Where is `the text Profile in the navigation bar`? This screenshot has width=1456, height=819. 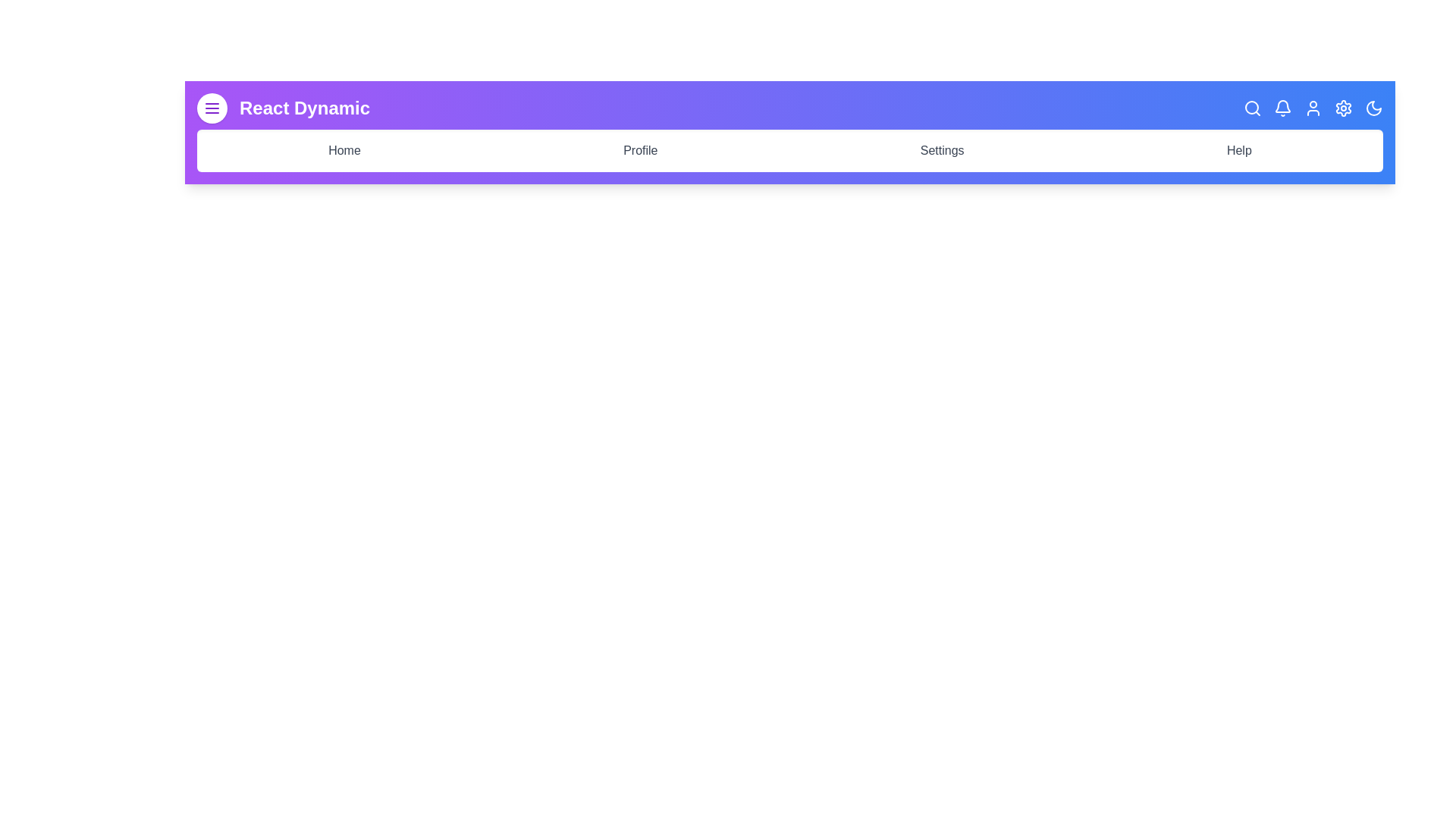
the text Profile in the navigation bar is located at coordinates (640, 151).